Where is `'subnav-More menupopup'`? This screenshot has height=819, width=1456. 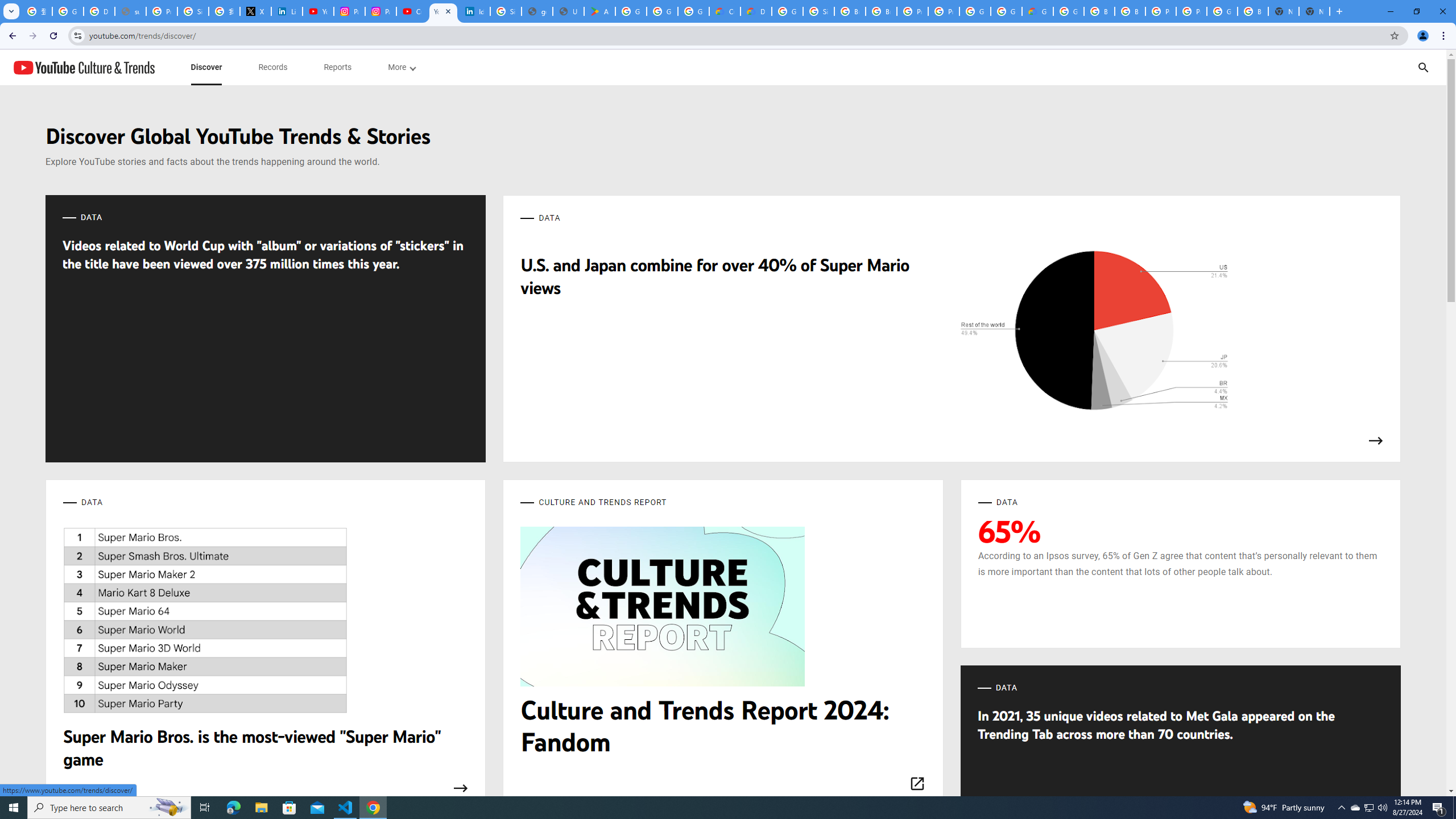
'subnav-More menupopup' is located at coordinates (401, 67).